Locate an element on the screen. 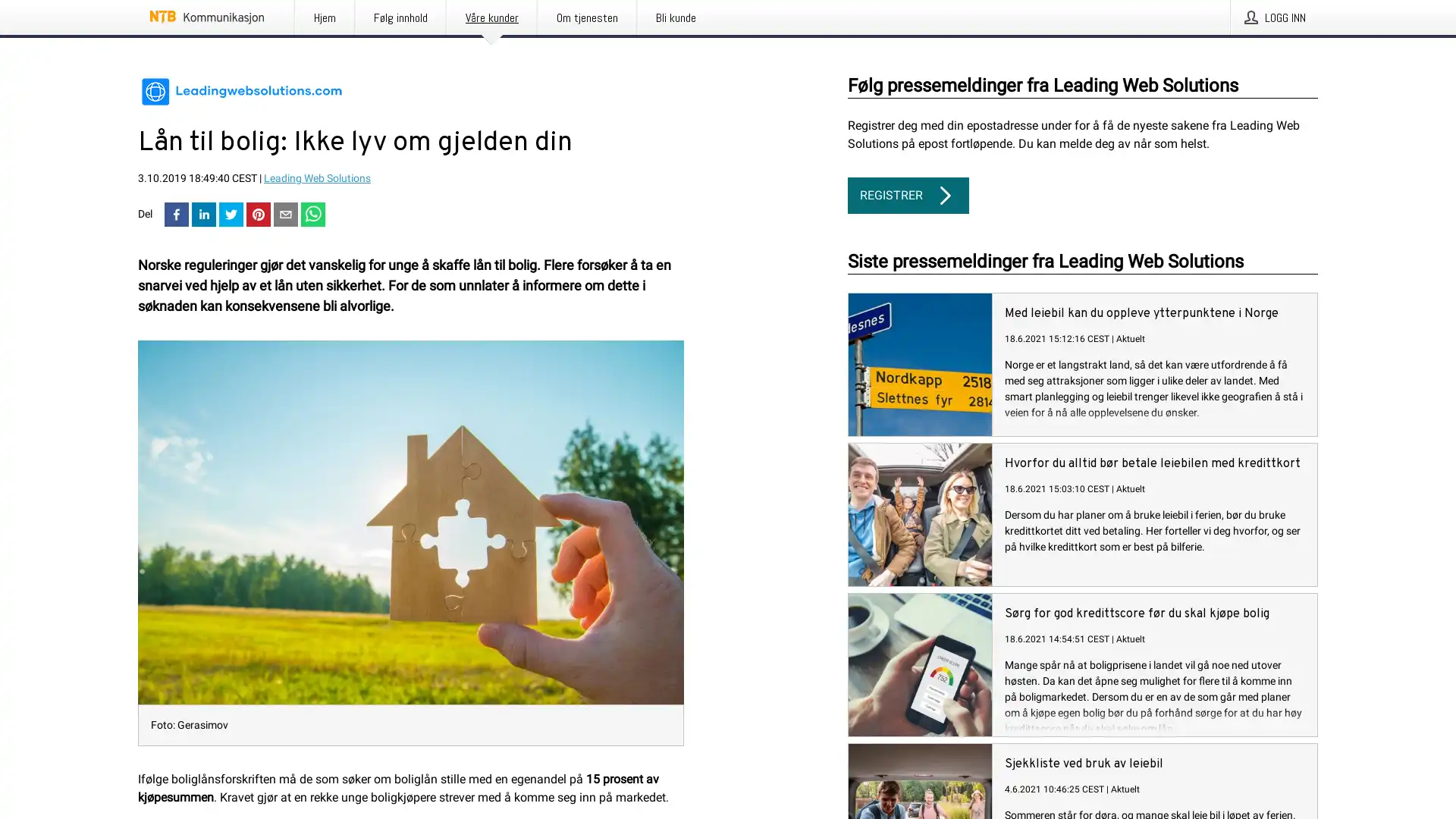 Image resolution: width=1456 pixels, height=819 pixels. linkedin is located at coordinates (202, 216).